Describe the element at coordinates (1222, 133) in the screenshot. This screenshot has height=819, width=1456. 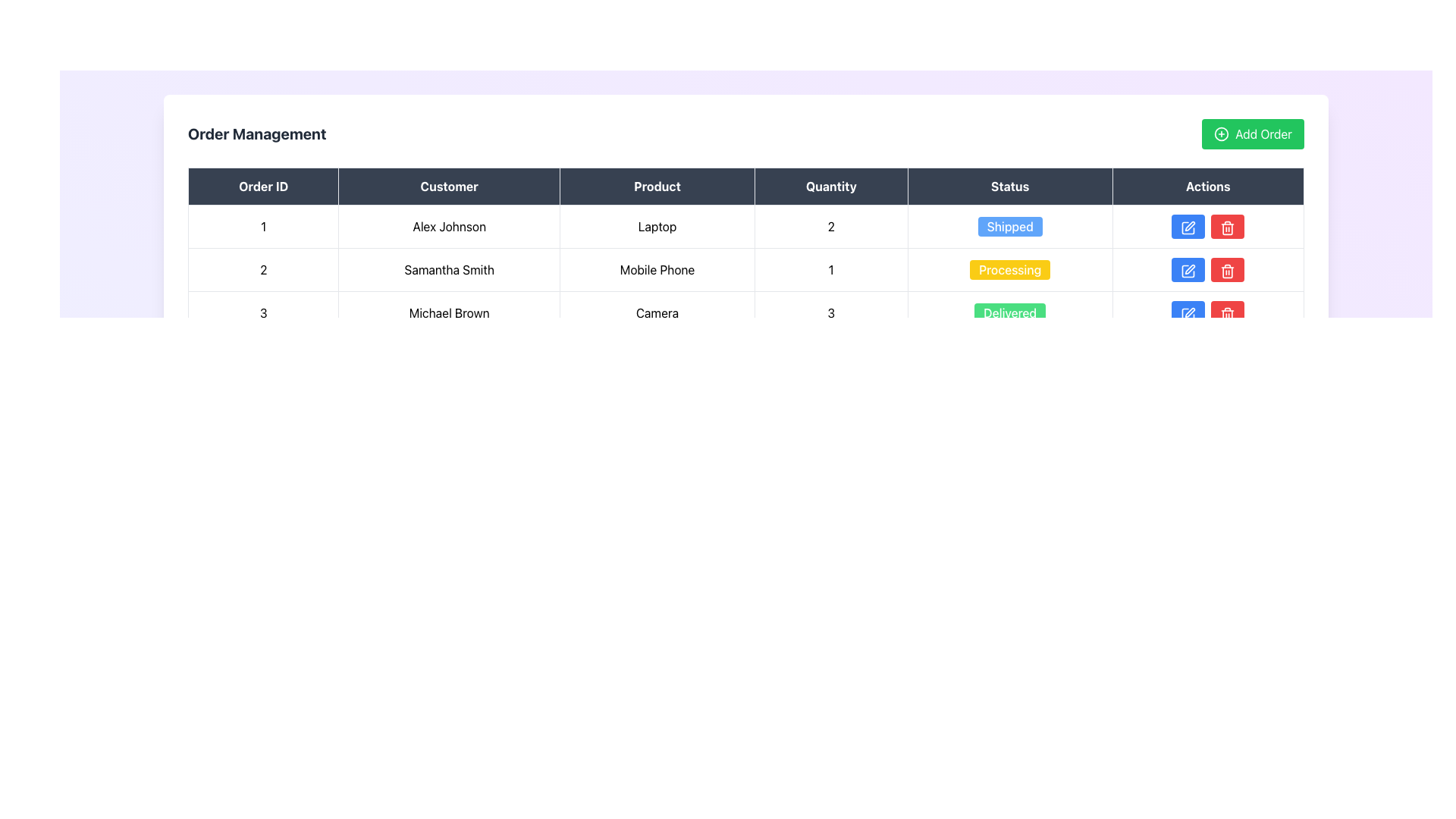
I see `the SVG circle graphical element of the 'Add Order' button` at that location.